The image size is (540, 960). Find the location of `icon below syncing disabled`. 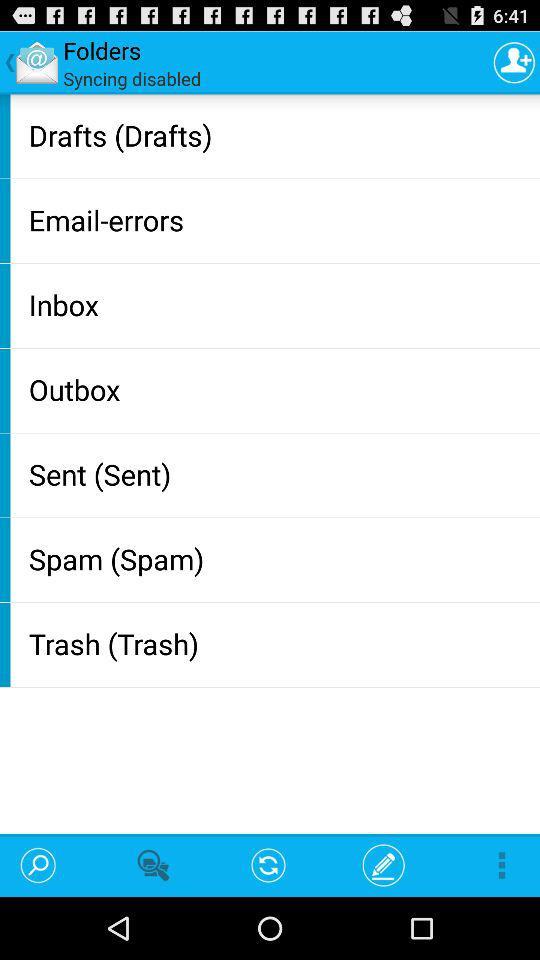

icon below syncing disabled is located at coordinates (279, 134).